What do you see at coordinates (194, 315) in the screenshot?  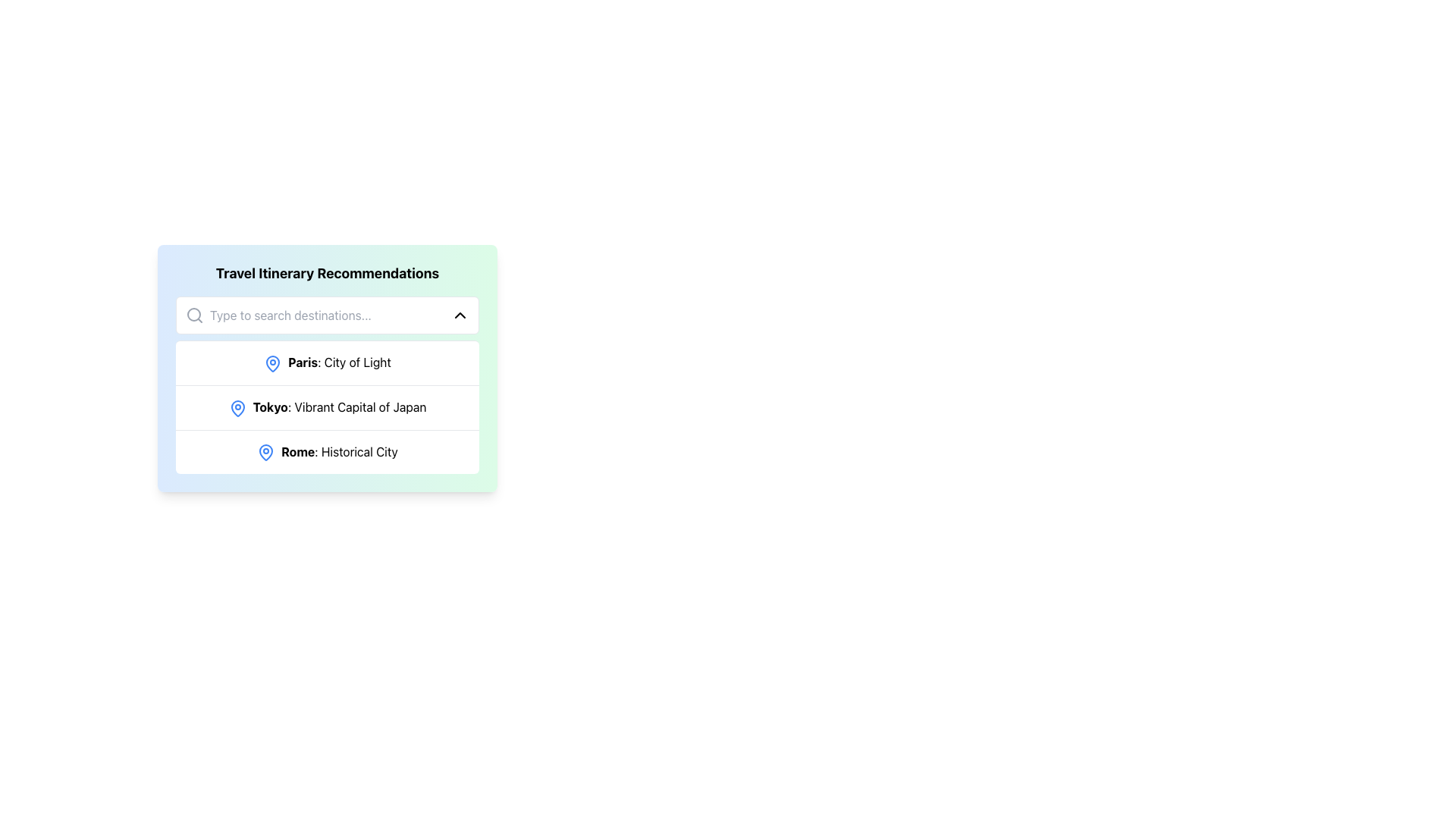 I see `the magnifying glass icon located on the left side of the search bar within the 'Travel Itinerary Recommendations' card` at bounding box center [194, 315].